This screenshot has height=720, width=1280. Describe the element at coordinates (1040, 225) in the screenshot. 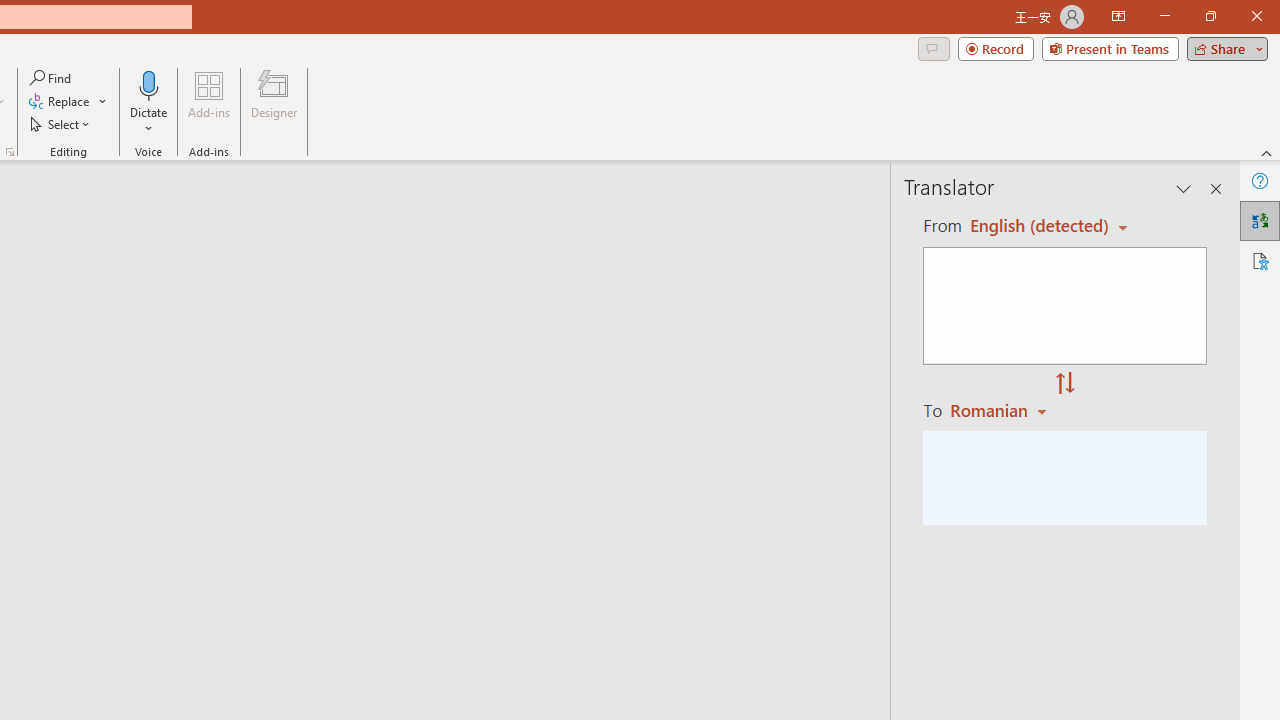

I see `'Czech (detected)'` at that location.